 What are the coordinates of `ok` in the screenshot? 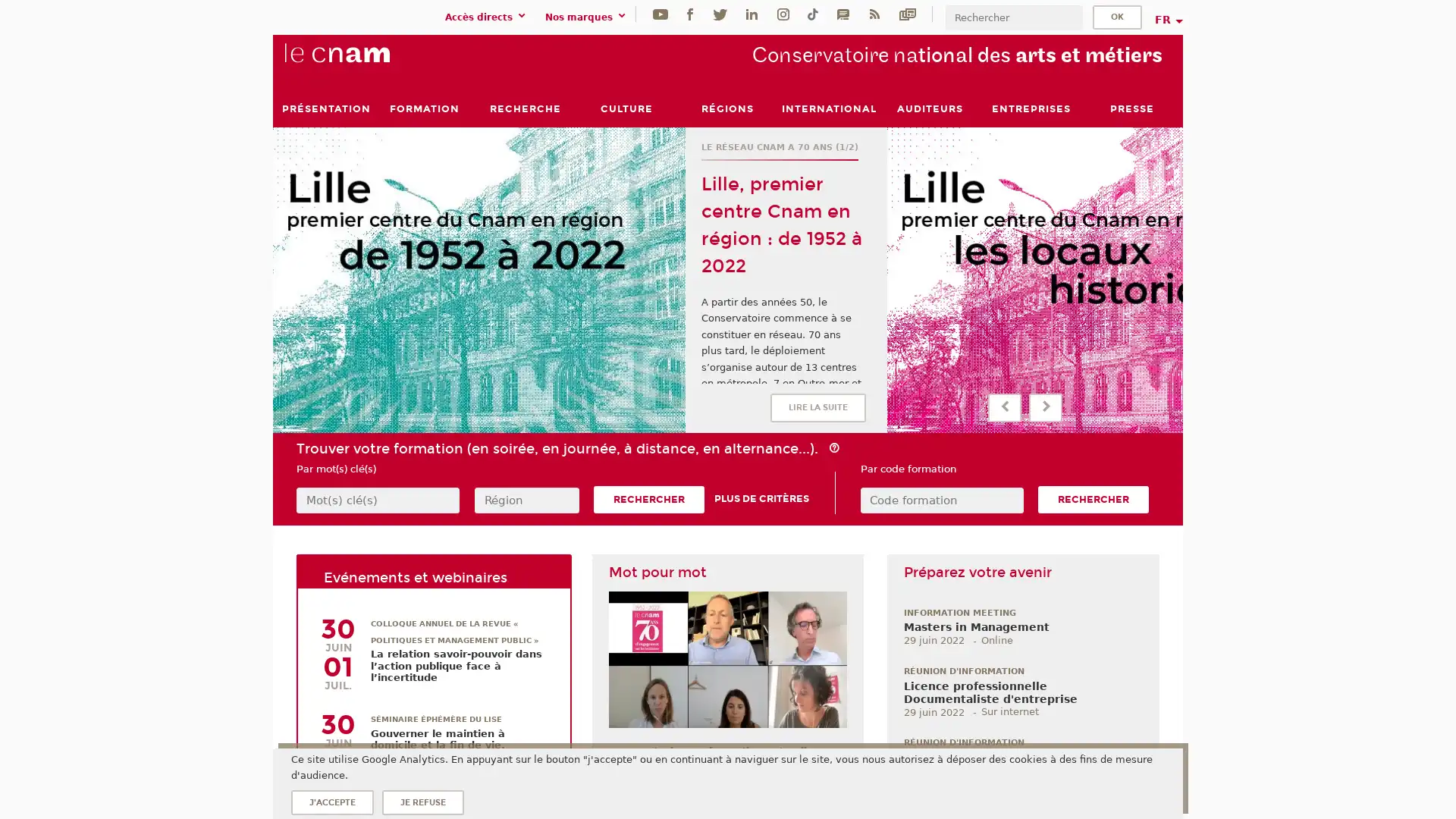 It's located at (1117, 17).